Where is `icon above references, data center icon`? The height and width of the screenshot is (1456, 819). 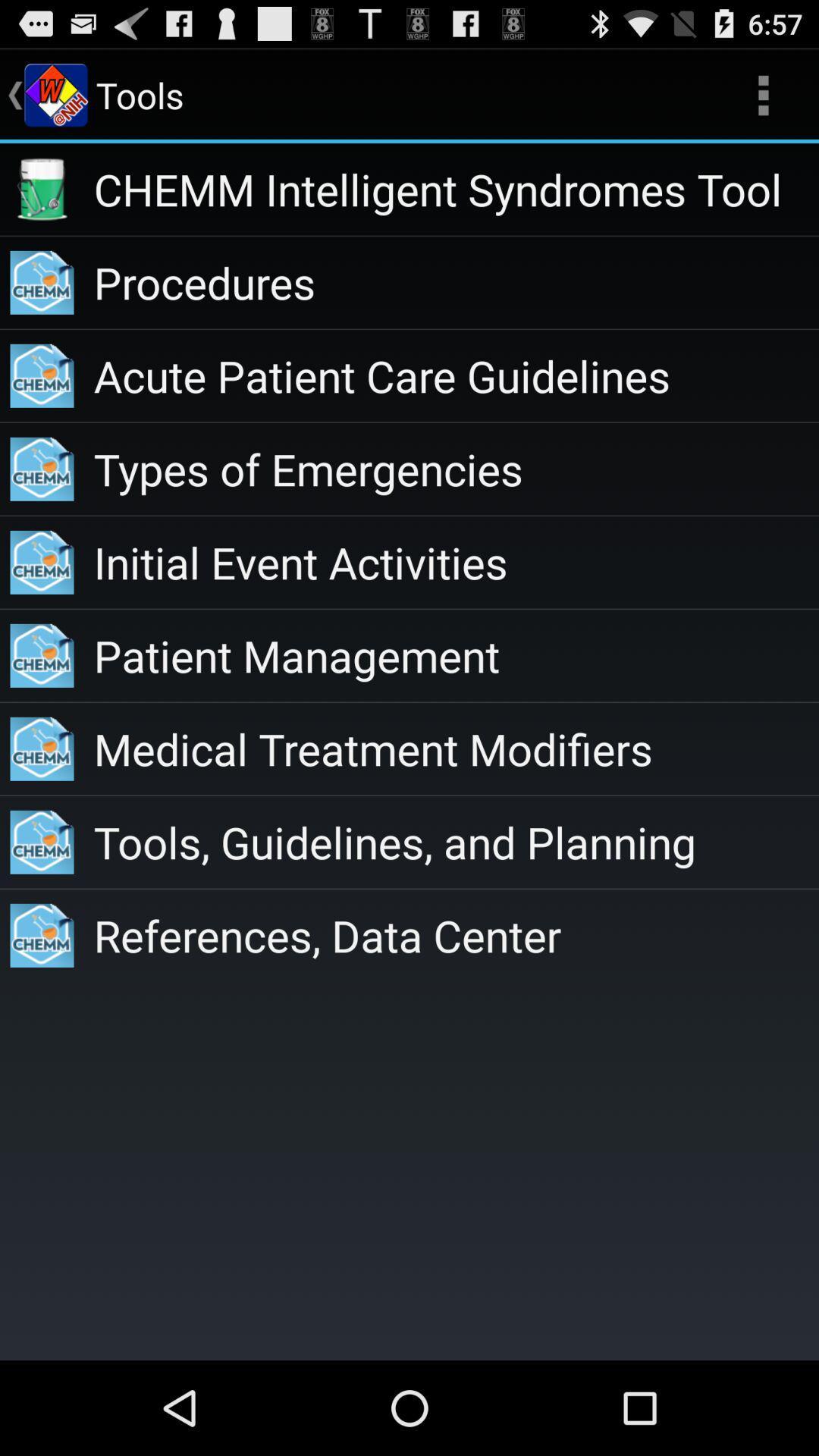
icon above references, data center icon is located at coordinates (455, 841).